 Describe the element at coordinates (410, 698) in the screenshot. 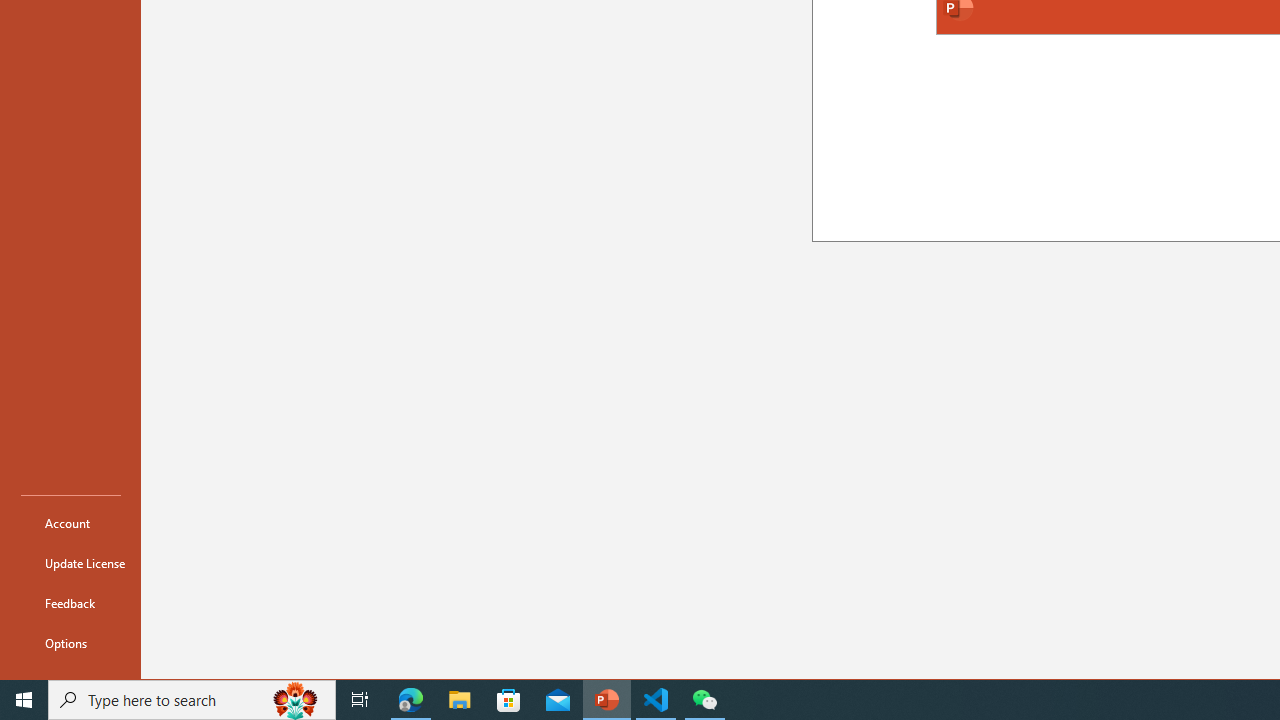

I see `'Microsoft Edge - 1 running window'` at that location.